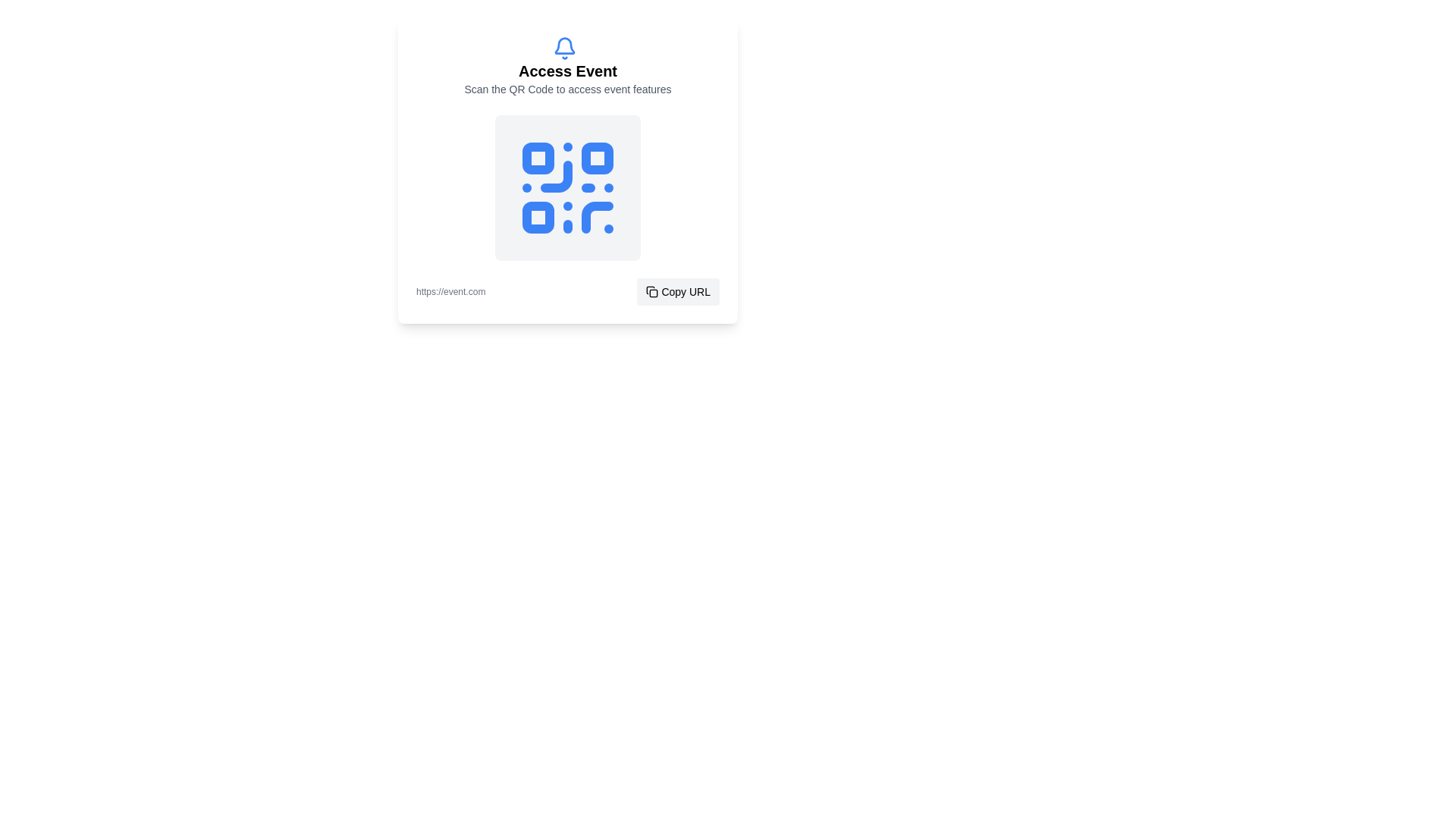  I want to click on the Text Label that serves as a title or heading, positioned centrally below a bell icon and above descriptive text about scanning a QR code, so click(566, 71).